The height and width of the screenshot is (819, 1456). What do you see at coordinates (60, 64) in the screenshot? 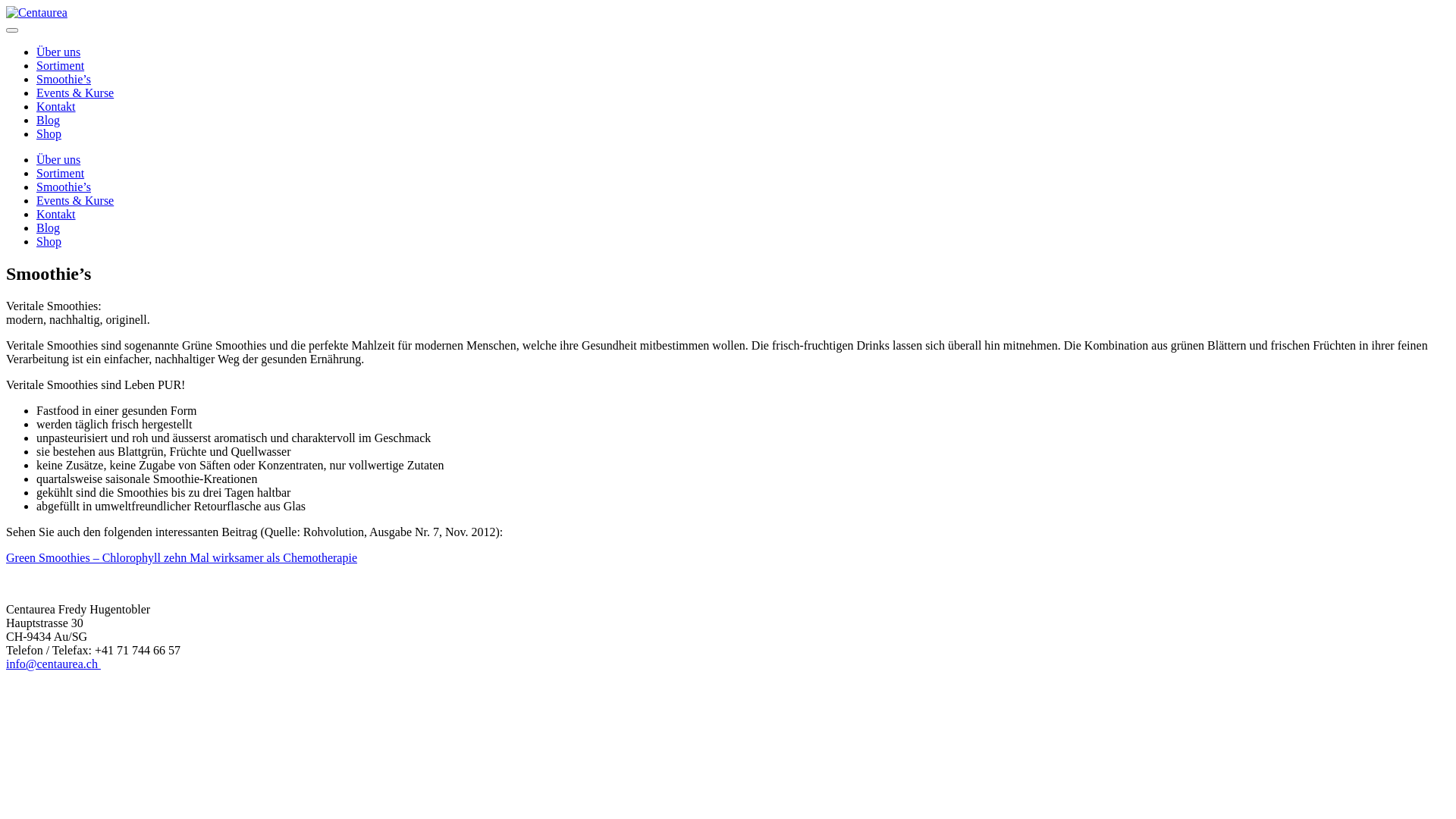
I see `'Sortiment'` at bounding box center [60, 64].